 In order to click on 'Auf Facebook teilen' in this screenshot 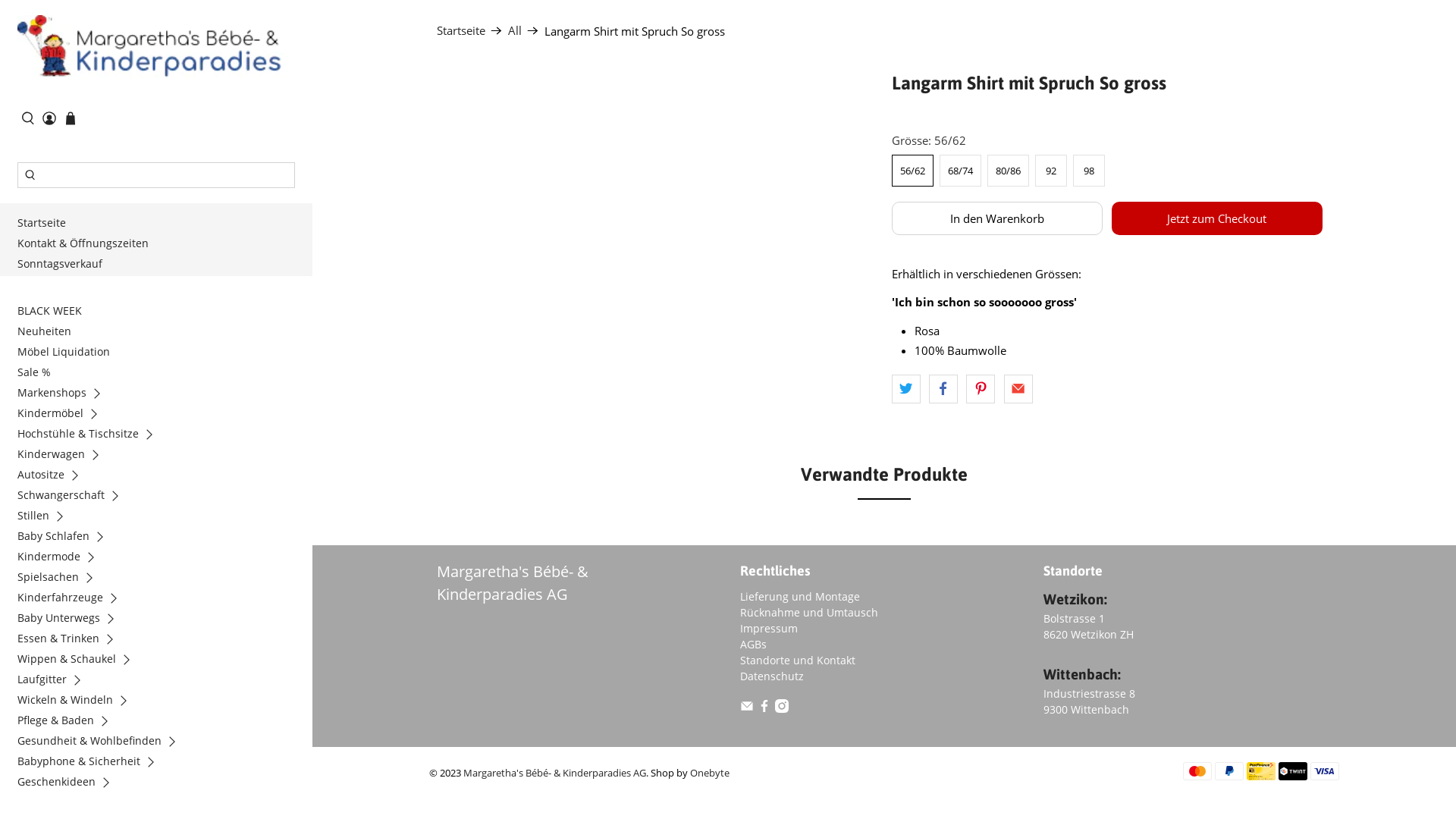, I will do `click(927, 388)`.